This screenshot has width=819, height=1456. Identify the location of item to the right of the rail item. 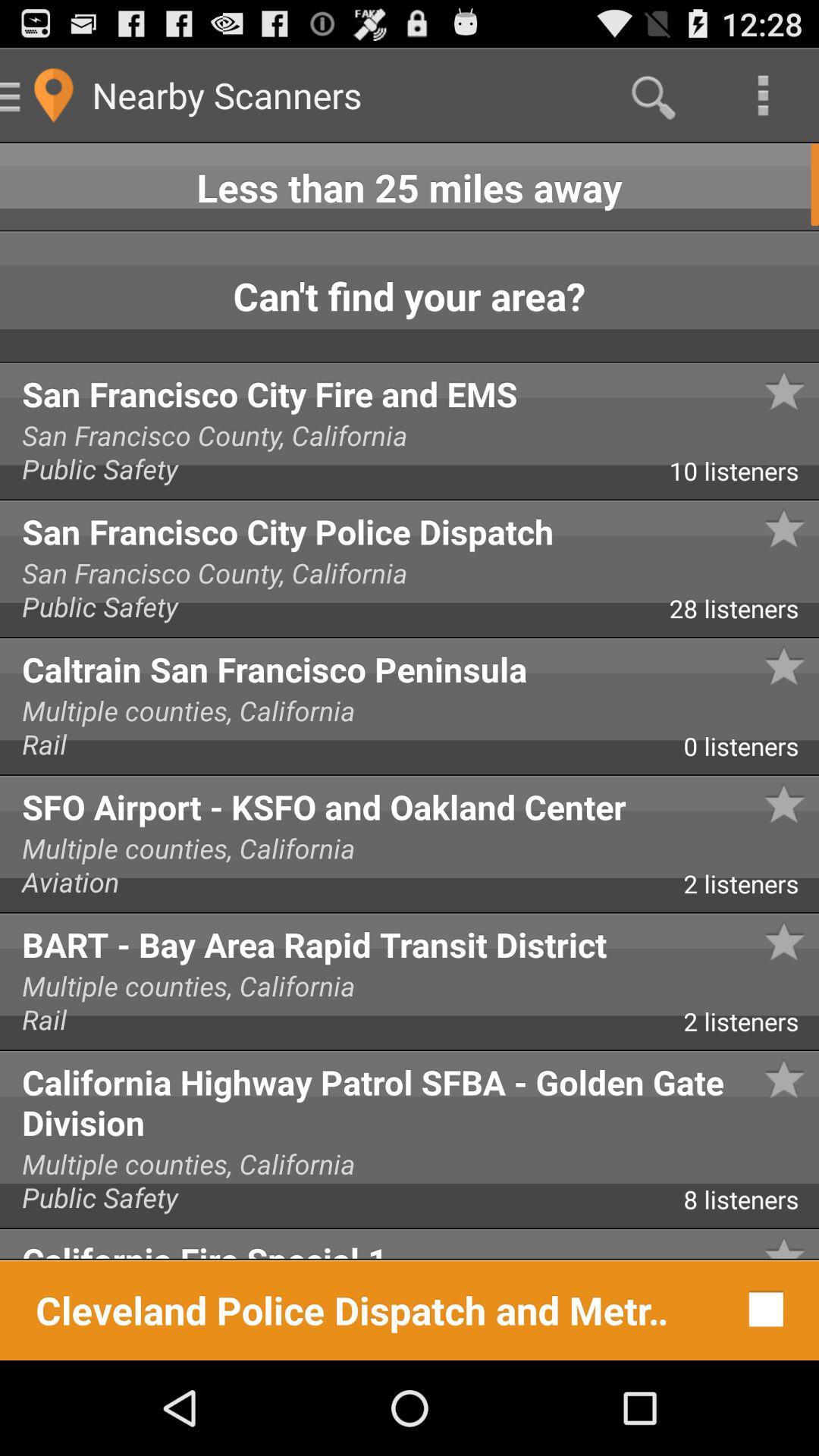
(751, 752).